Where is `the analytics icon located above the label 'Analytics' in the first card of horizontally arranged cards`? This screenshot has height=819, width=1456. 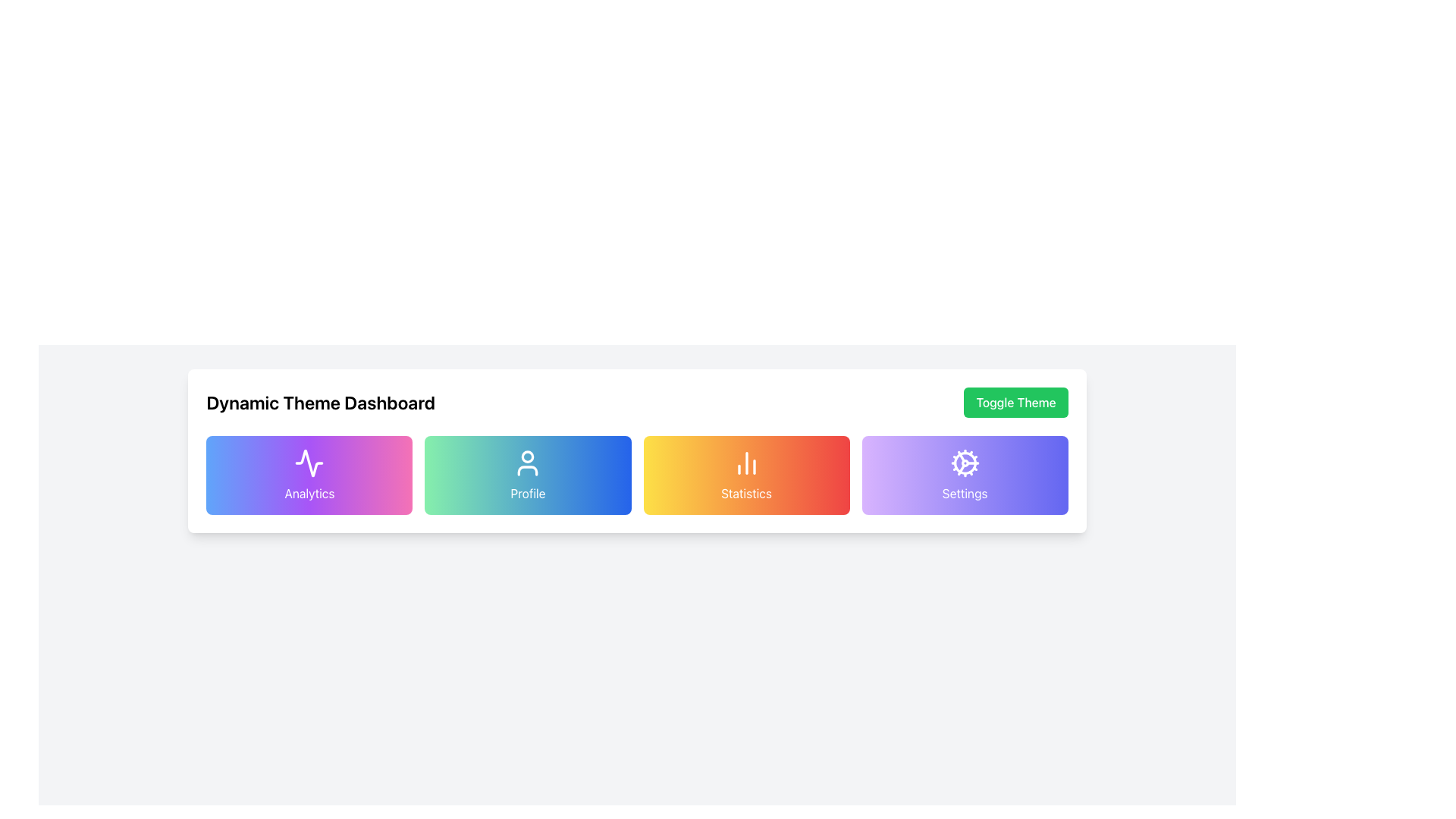
the analytics icon located above the label 'Analytics' in the first card of horizontally arranged cards is located at coordinates (309, 462).